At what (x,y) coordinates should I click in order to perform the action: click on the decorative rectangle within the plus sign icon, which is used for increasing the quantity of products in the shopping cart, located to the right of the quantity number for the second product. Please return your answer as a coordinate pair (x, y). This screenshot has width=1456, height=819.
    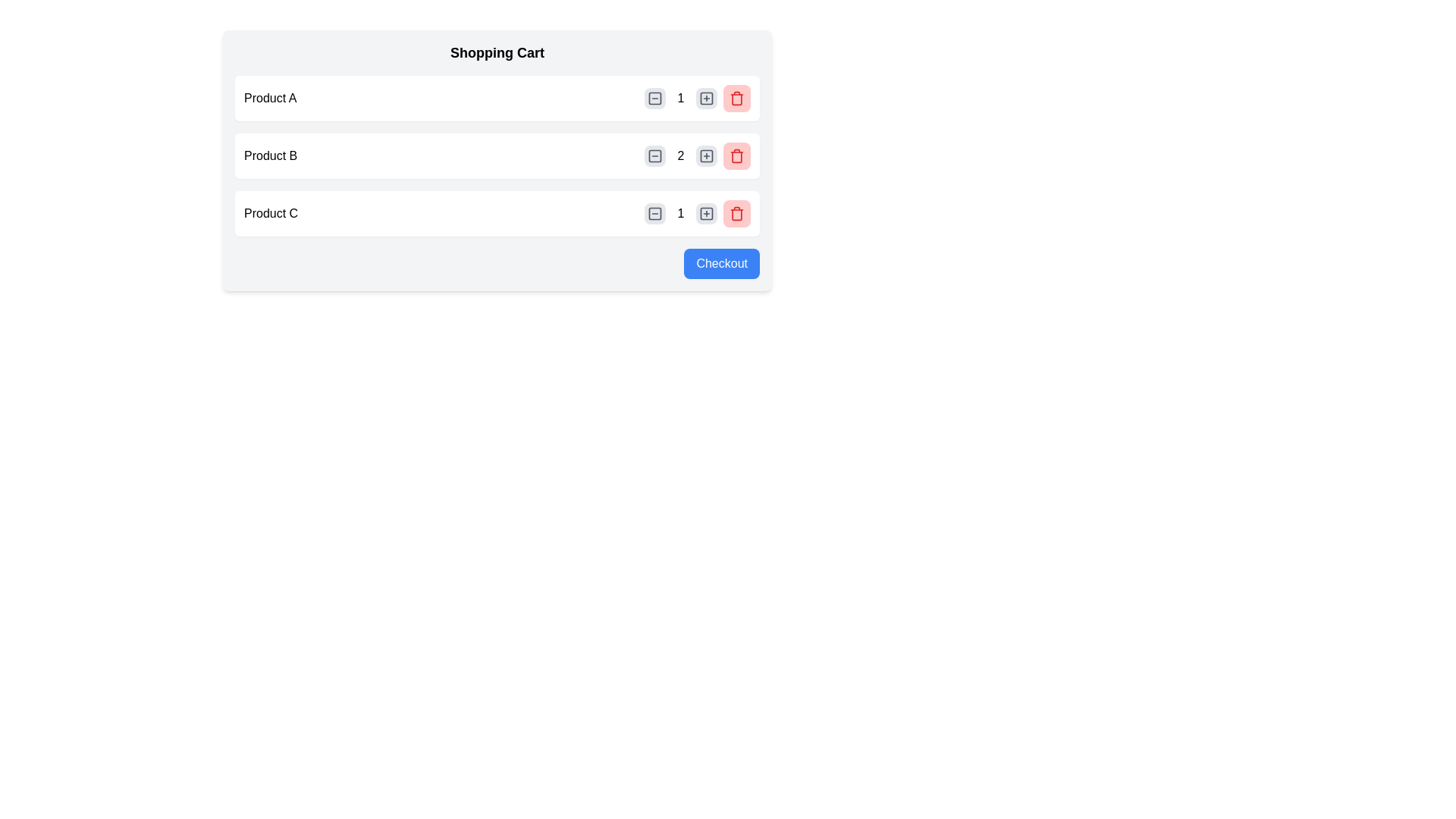
    Looking at the image, I should click on (705, 99).